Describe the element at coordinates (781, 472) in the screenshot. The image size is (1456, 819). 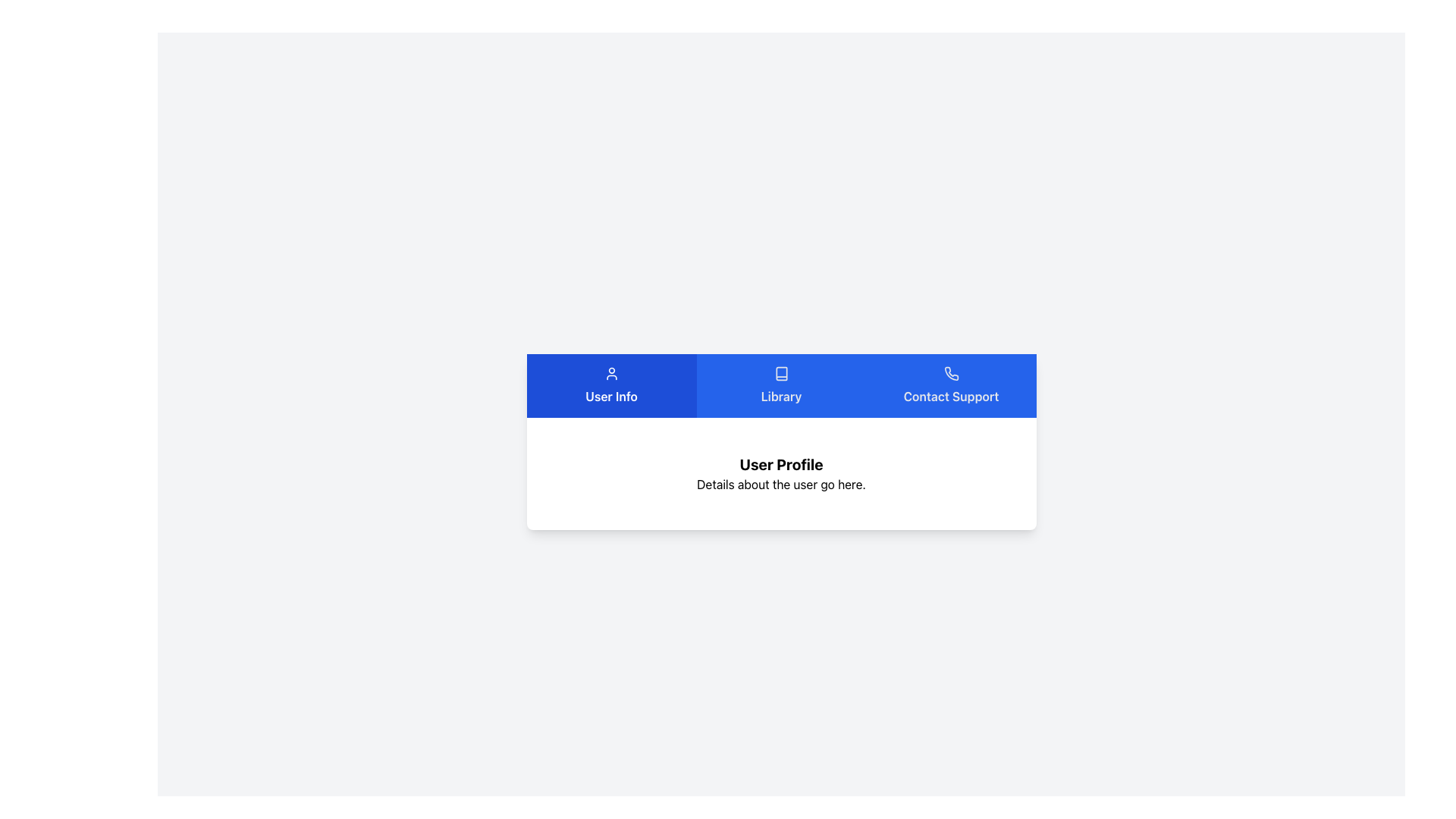
I see `the Text display component that shows 'User Profile' and 'Details about the user go here' located below the blue navigation bar` at that location.